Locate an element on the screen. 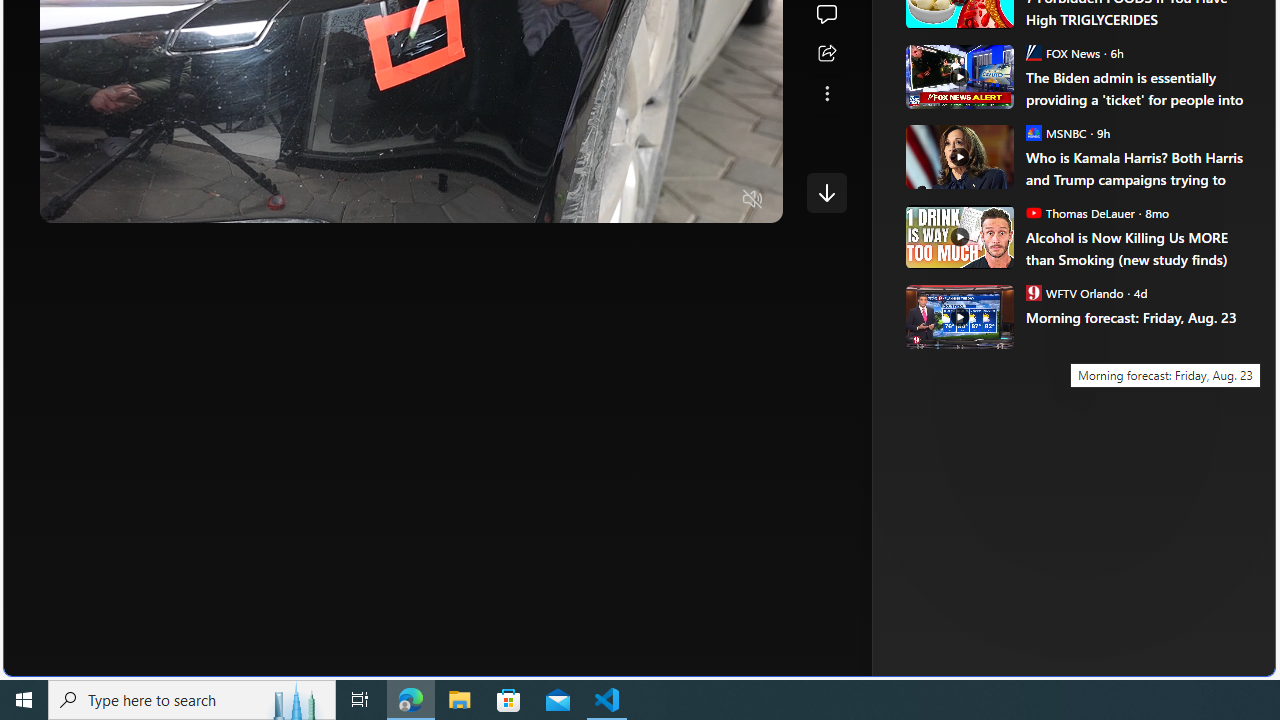  'WFTV Orlando' is located at coordinates (1033, 292).